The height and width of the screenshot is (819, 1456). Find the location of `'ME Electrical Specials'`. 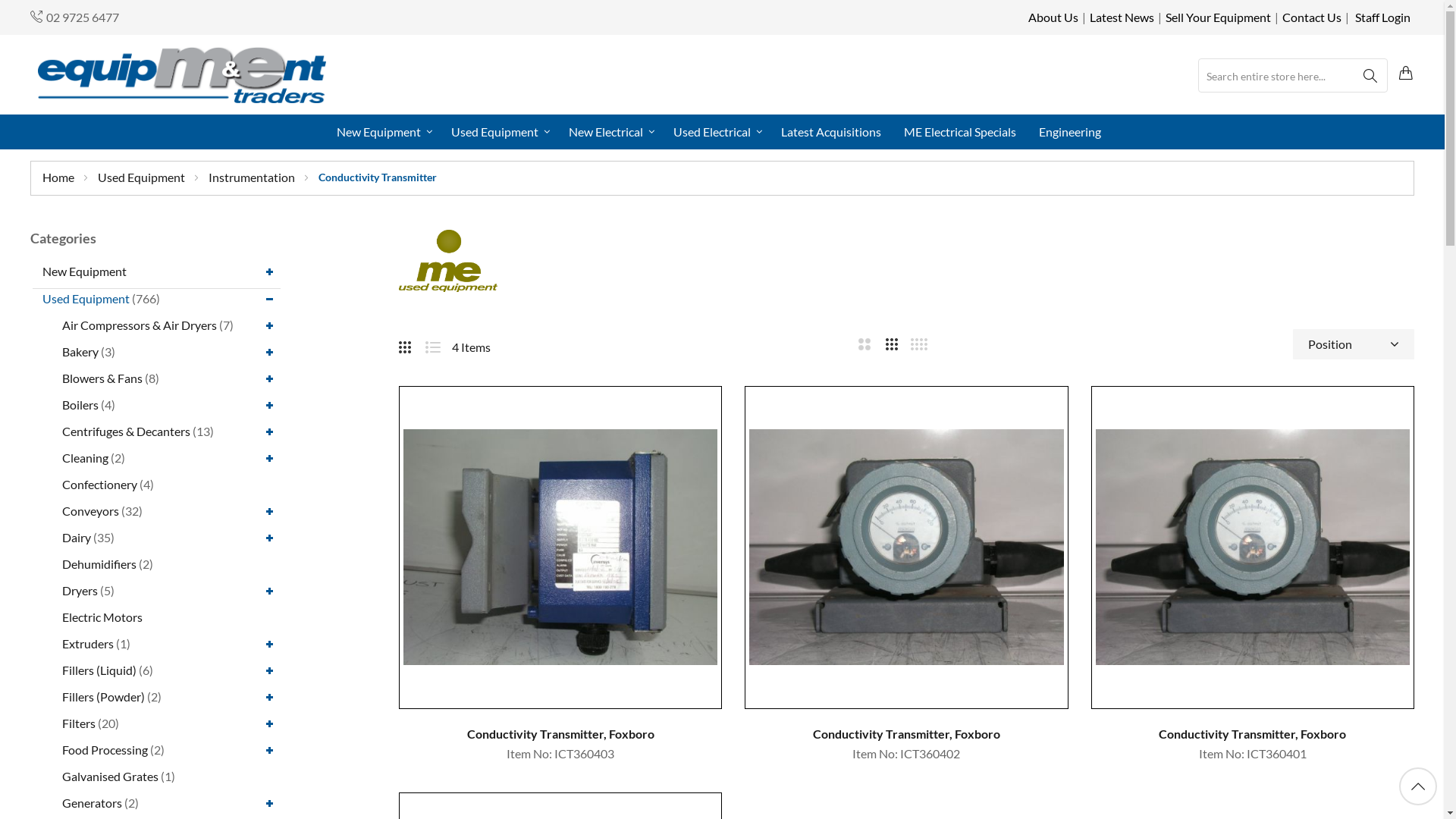

'ME Electrical Specials' is located at coordinates (959, 130).